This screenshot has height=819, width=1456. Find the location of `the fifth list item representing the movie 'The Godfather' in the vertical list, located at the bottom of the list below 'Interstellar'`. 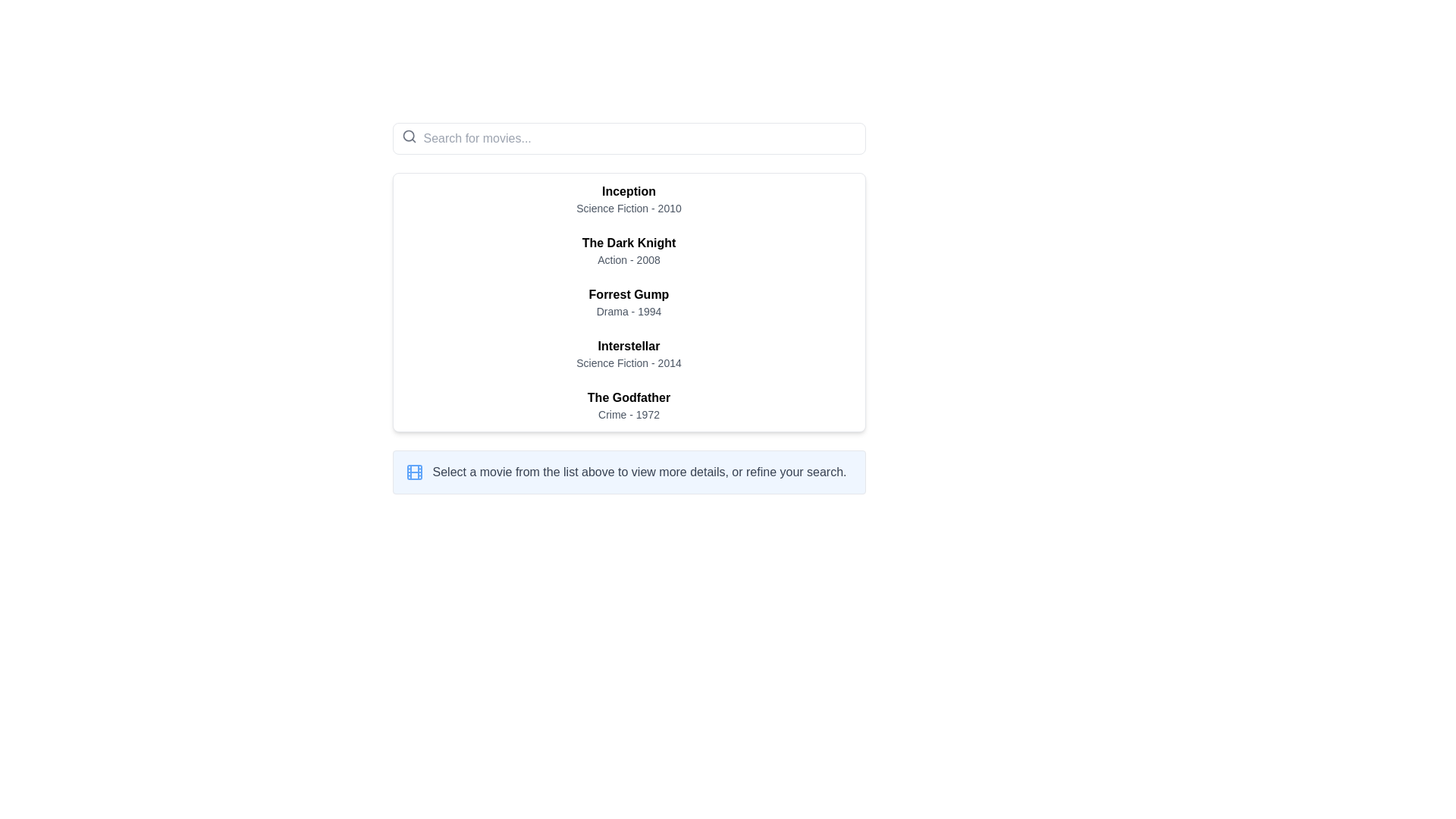

the fifth list item representing the movie 'The Godfather' in the vertical list, located at the bottom of the list below 'Interstellar' is located at coordinates (629, 405).